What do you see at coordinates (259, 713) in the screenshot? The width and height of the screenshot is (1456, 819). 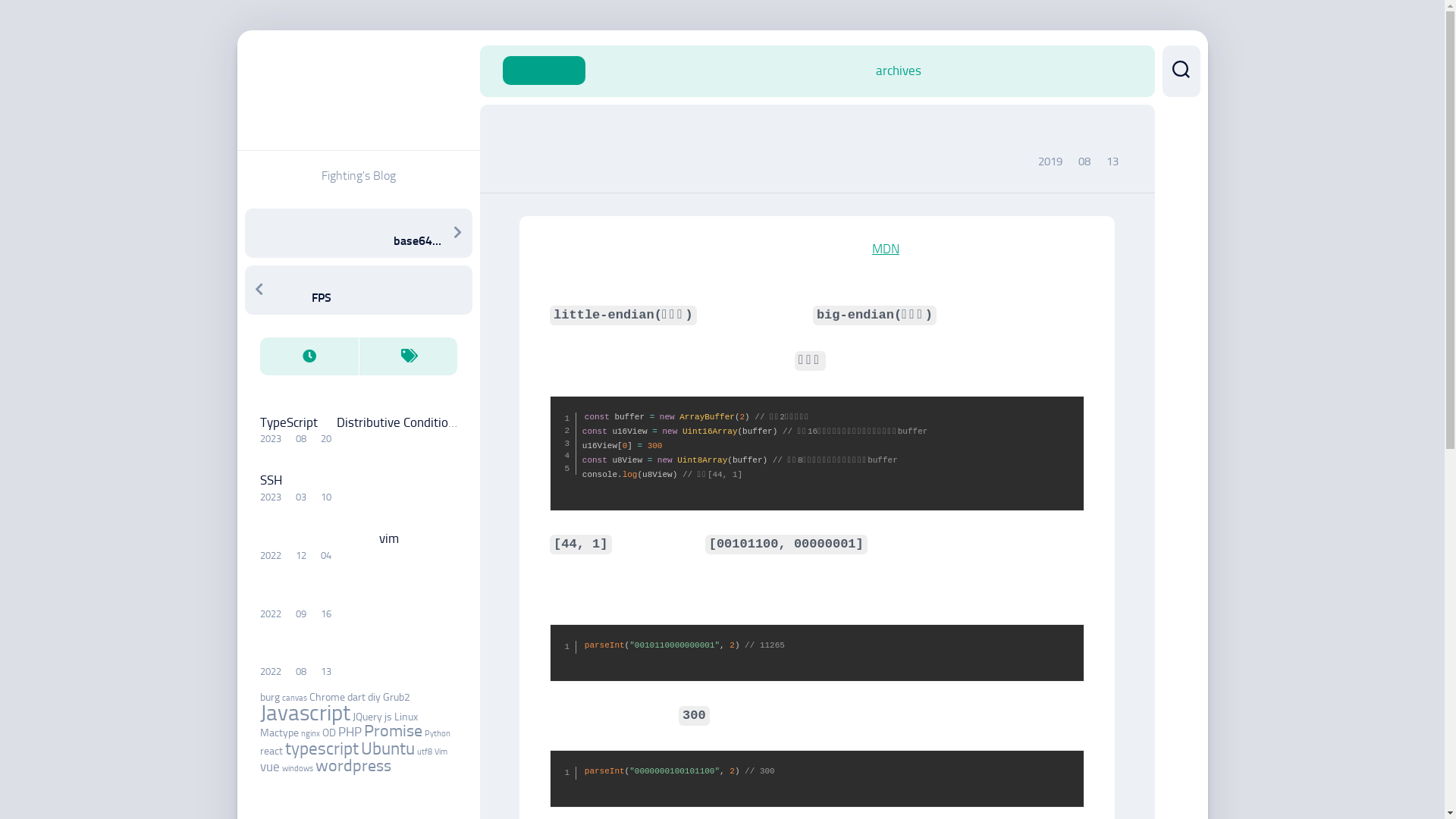 I see `'Javascript'` at bounding box center [259, 713].